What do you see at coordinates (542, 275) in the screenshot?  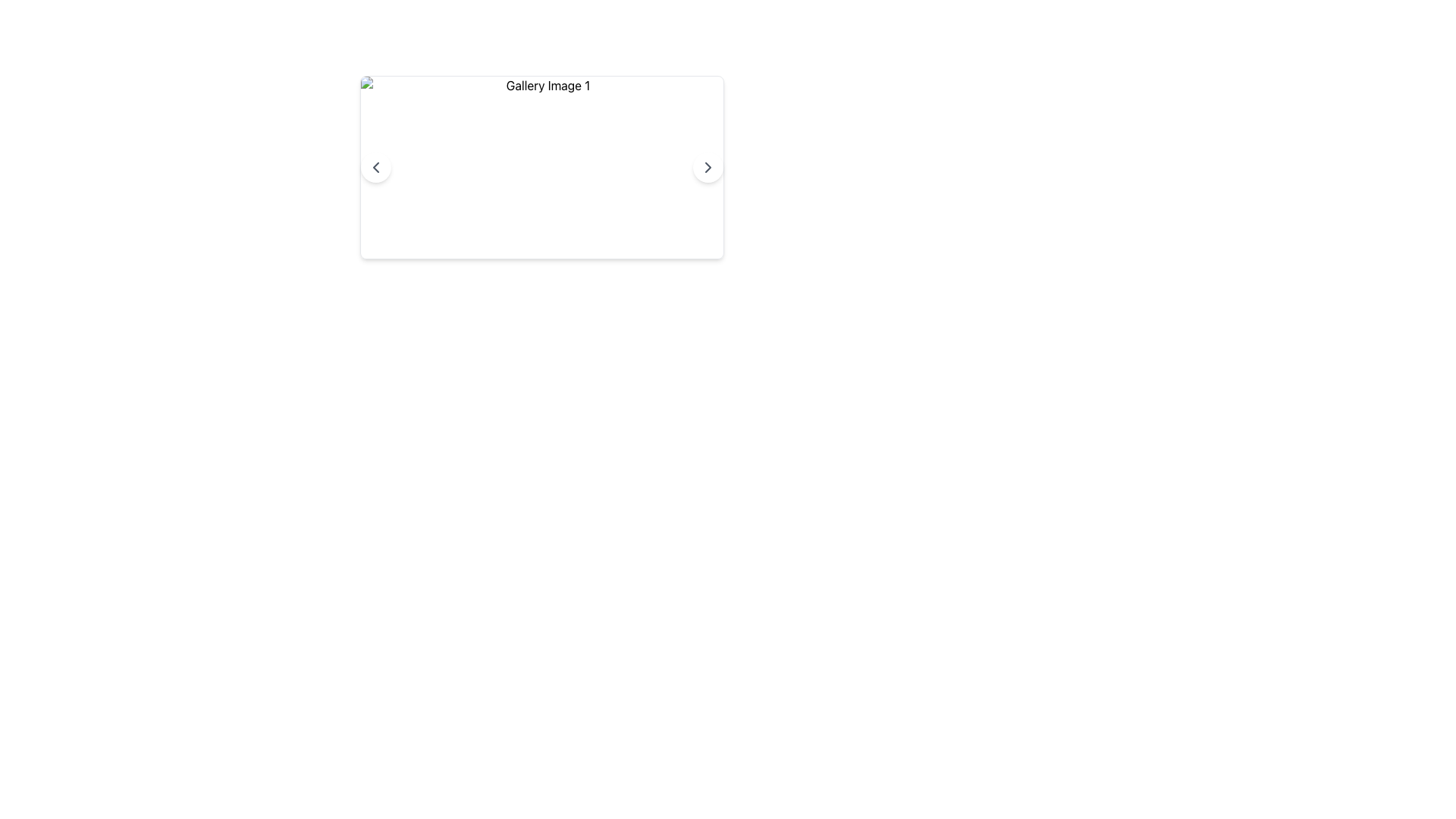 I see `the highlighted circular indicator in the Pagination Indicator located beneath the central gallery image` at bounding box center [542, 275].